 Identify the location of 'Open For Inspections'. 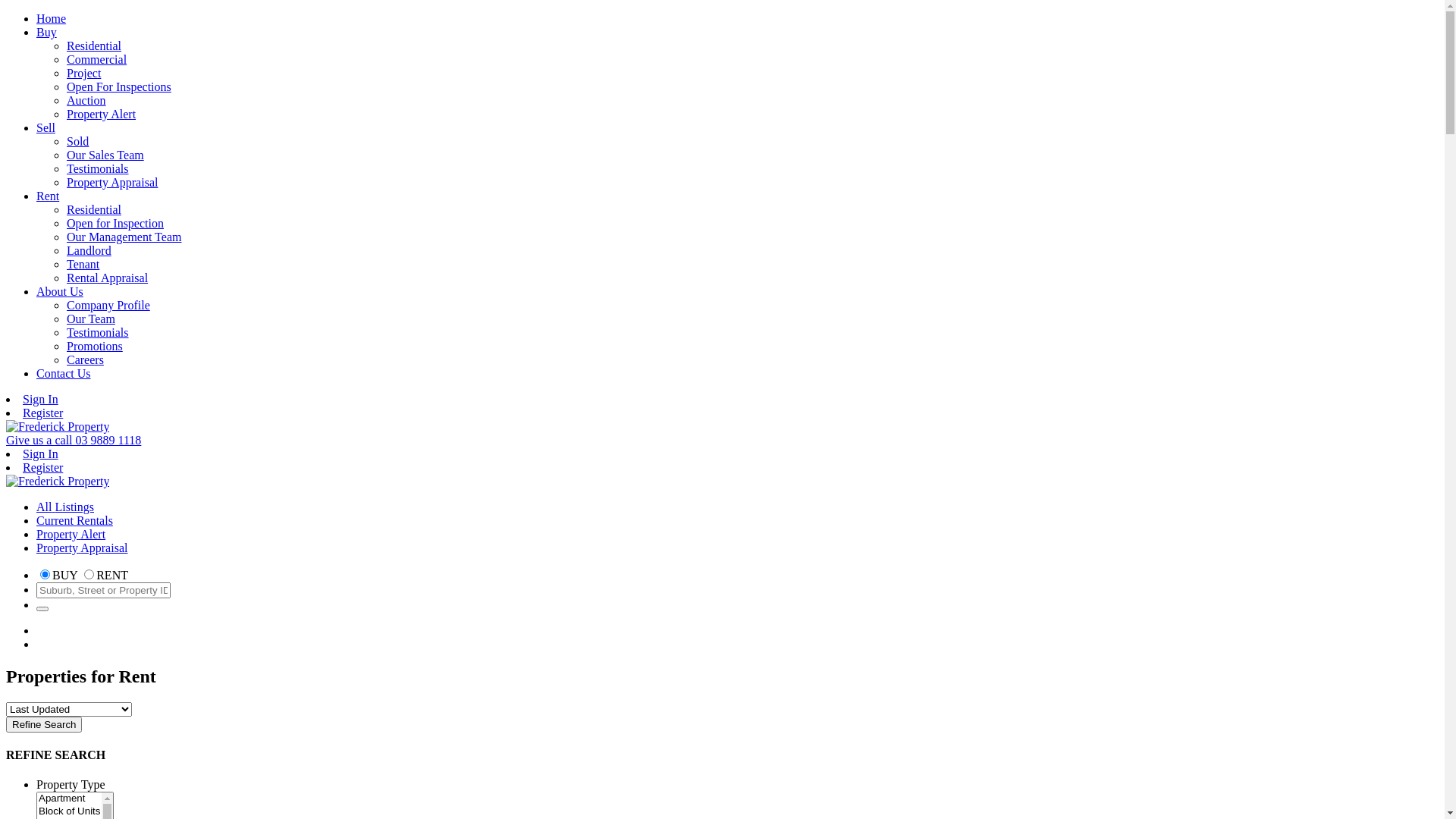
(65, 86).